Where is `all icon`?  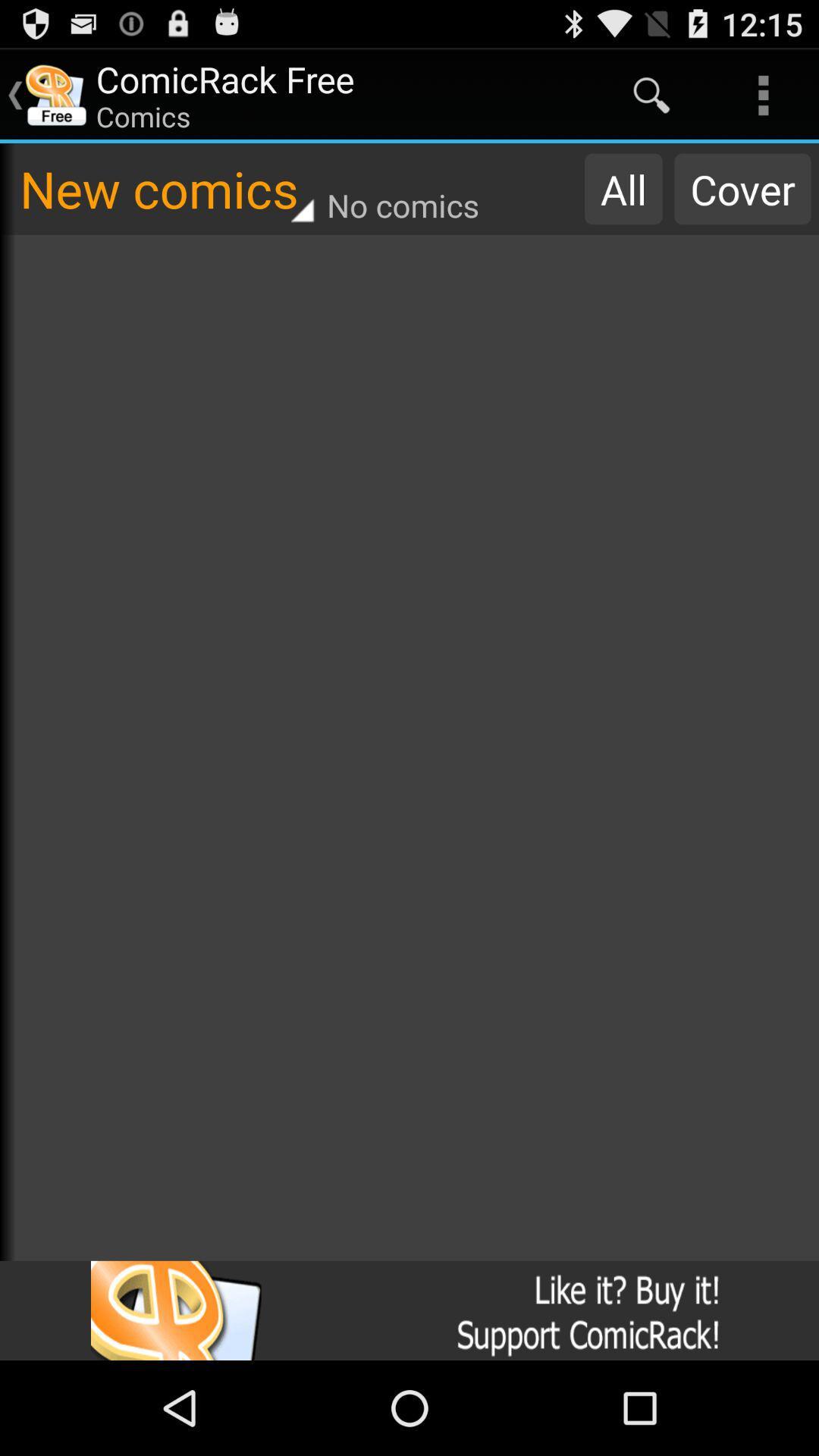 all icon is located at coordinates (623, 188).